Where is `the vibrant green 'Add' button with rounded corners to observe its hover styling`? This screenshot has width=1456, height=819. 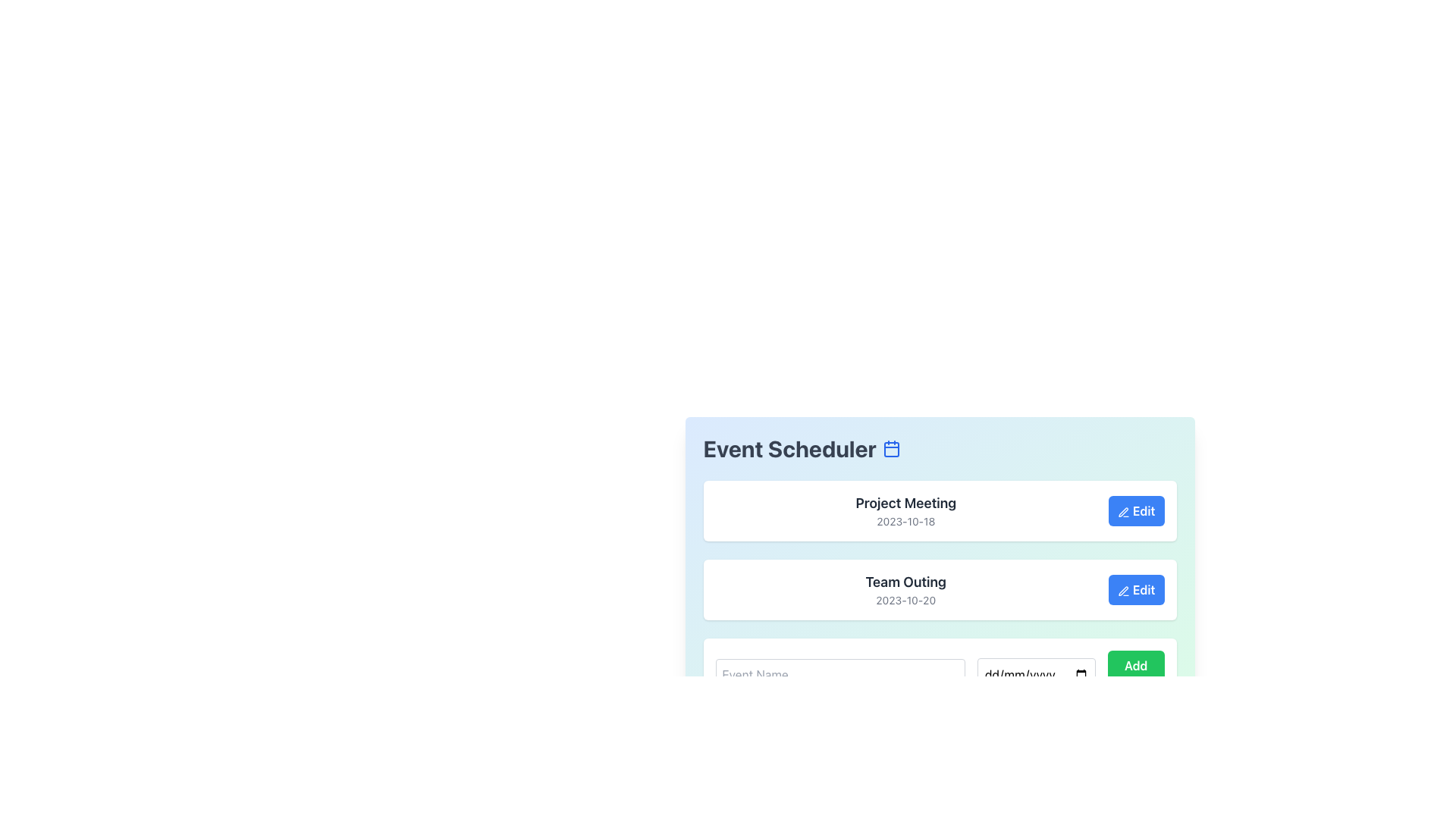
the vibrant green 'Add' button with rounded corners to observe its hover styling is located at coordinates (1136, 674).